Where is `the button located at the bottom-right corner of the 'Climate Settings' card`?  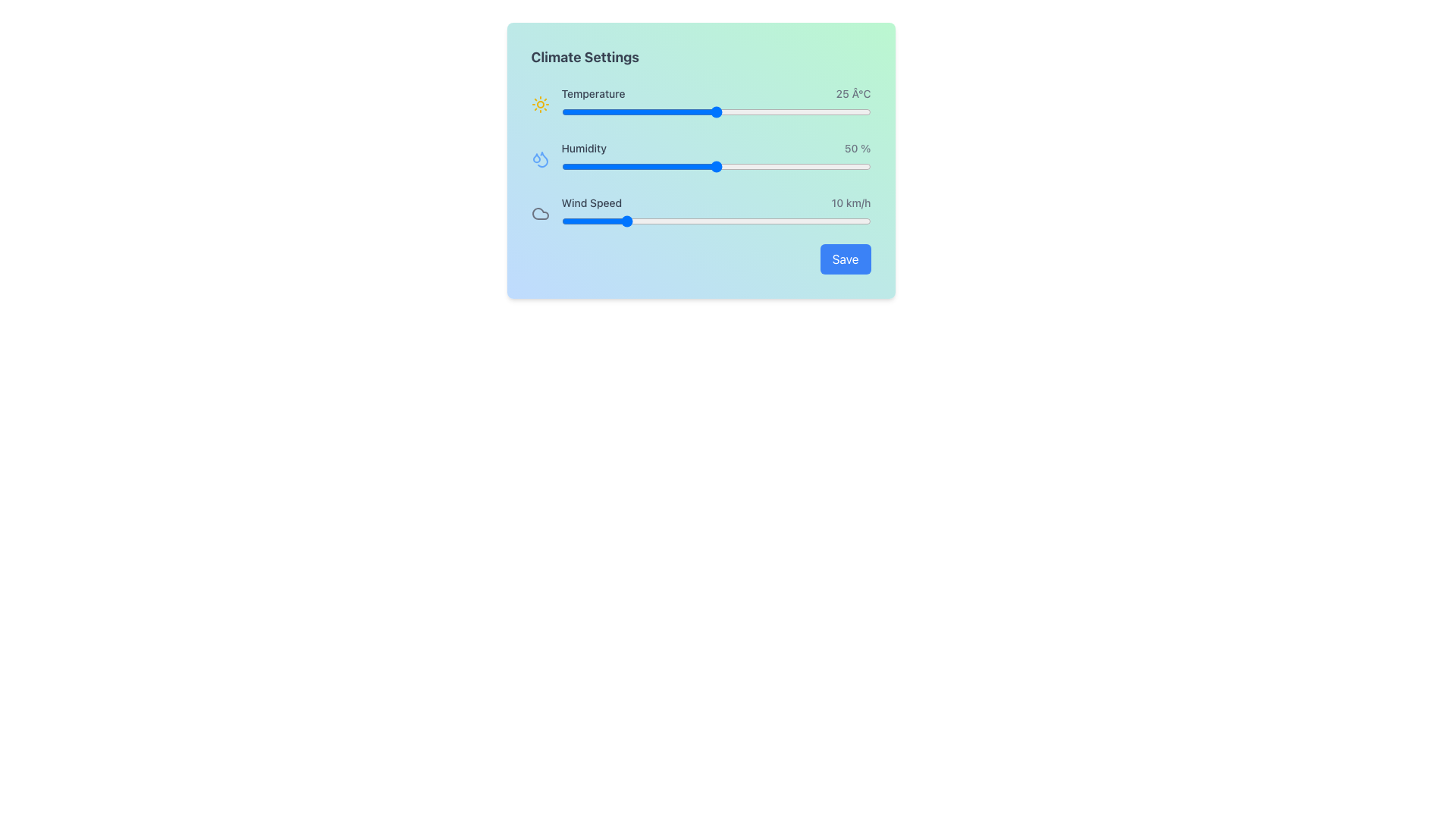 the button located at the bottom-right corner of the 'Climate Settings' card is located at coordinates (844, 259).